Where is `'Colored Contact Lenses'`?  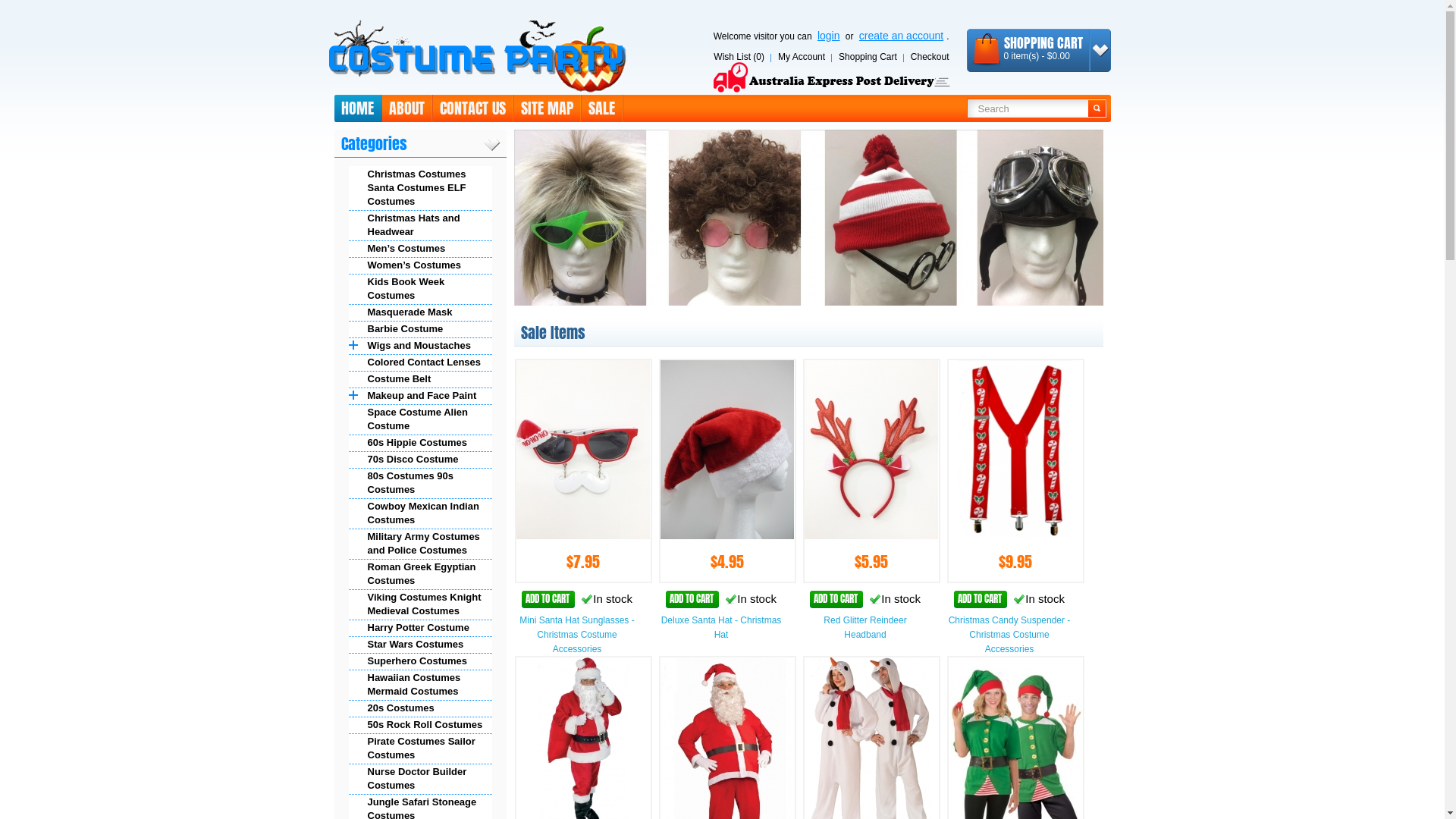 'Colored Contact Lenses' is located at coordinates (348, 362).